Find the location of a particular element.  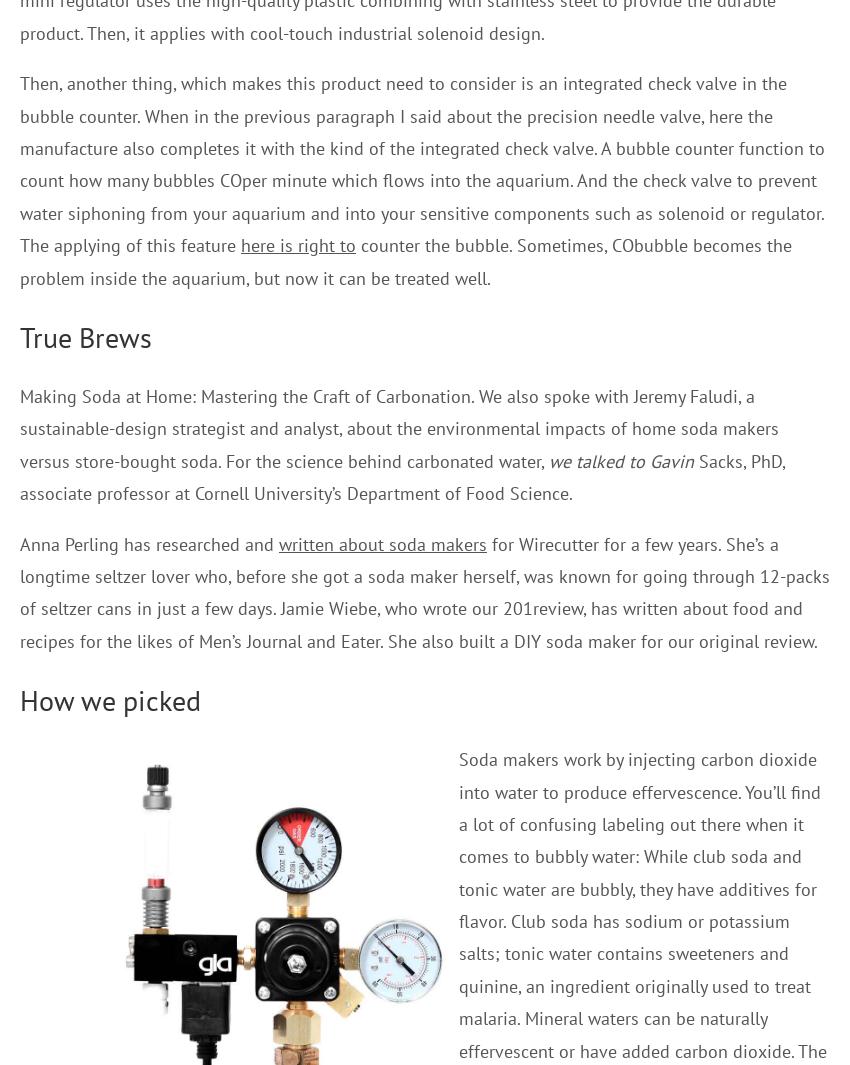

'Sacks, PhD, associate professor at Cornell University’s Department of Food Science.' is located at coordinates (402, 476).